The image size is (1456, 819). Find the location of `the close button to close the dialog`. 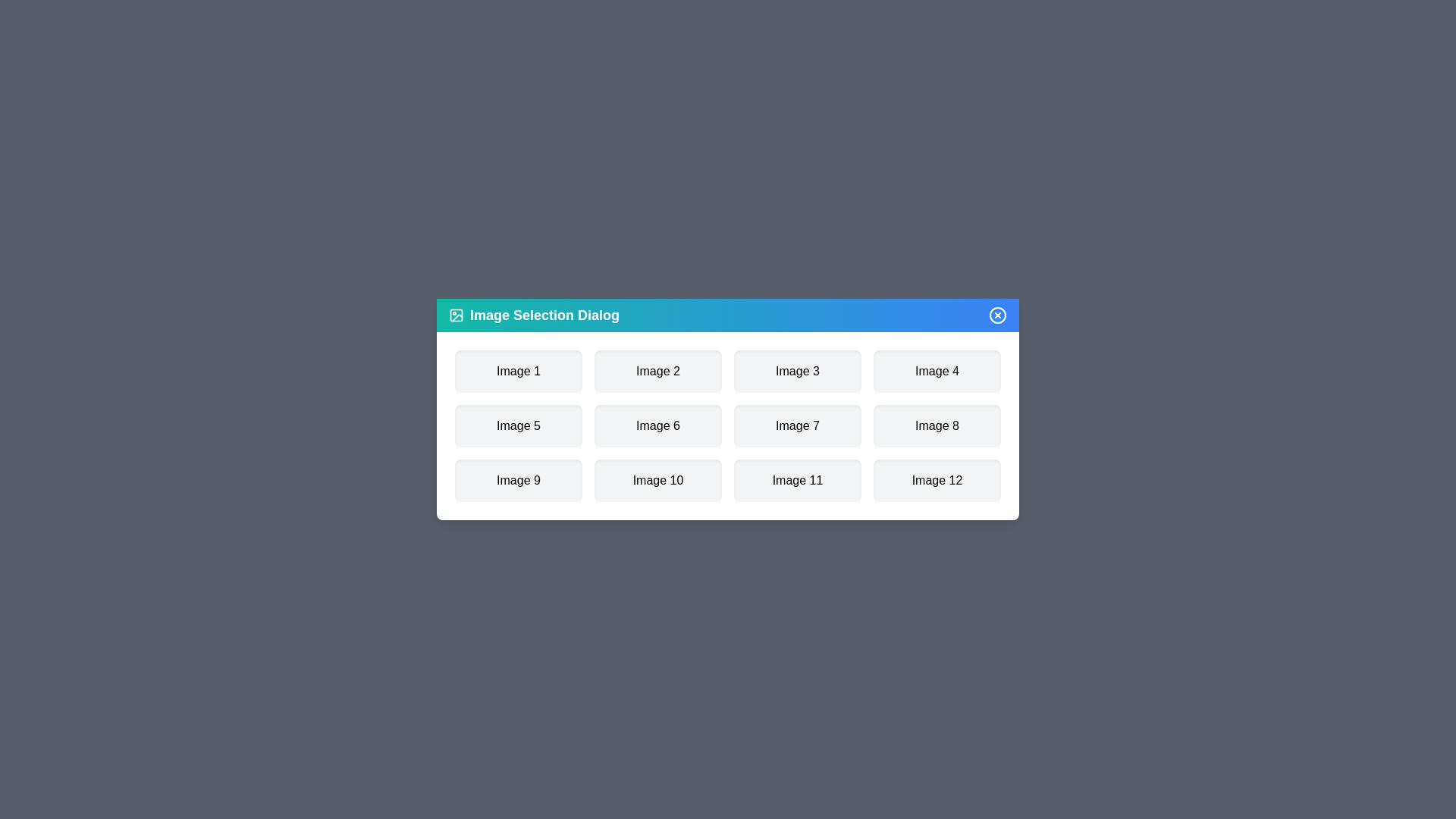

the close button to close the dialog is located at coordinates (997, 315).